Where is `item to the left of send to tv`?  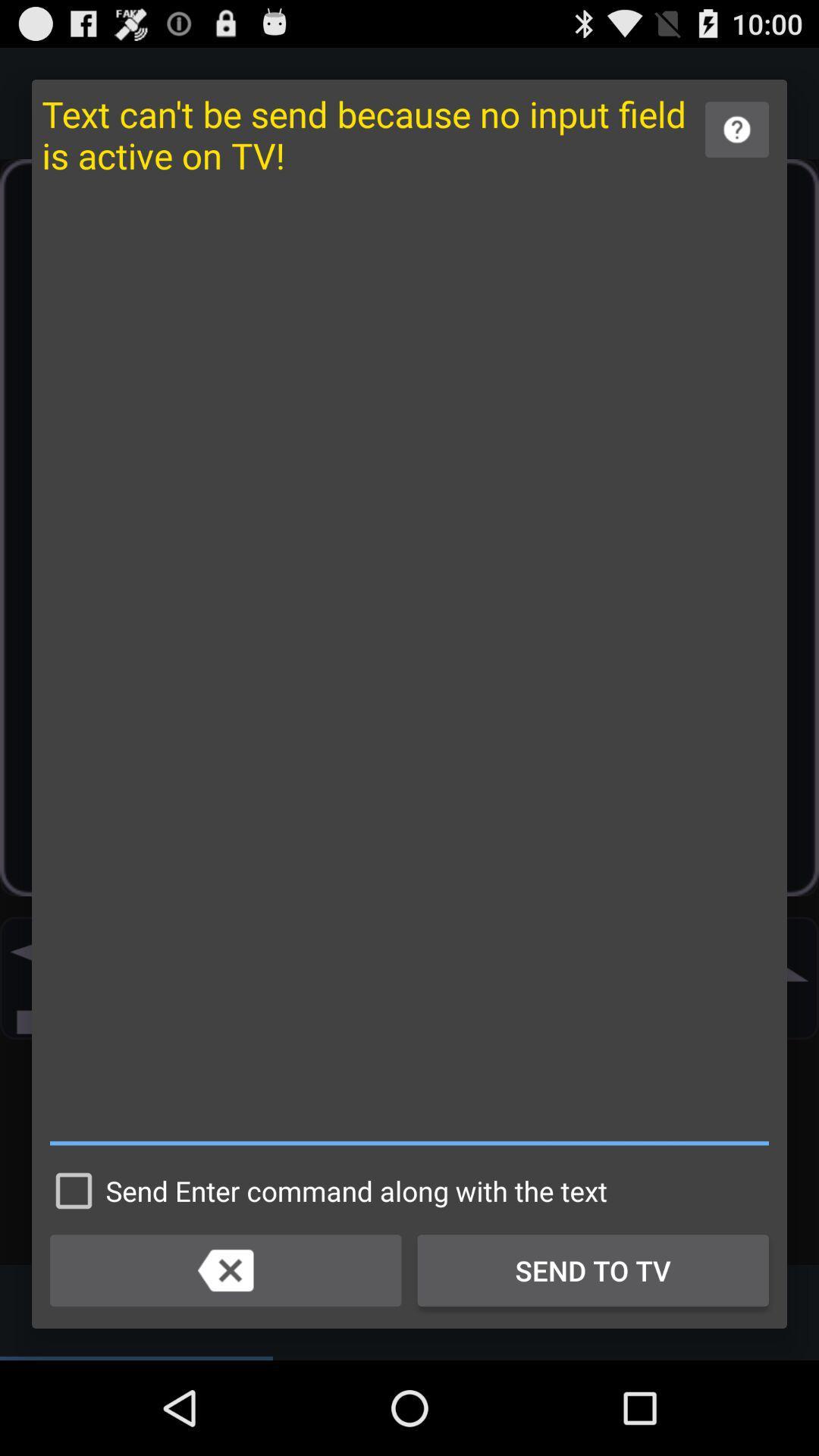 item to the left of send to tv is located at coordinates (225, 1270).